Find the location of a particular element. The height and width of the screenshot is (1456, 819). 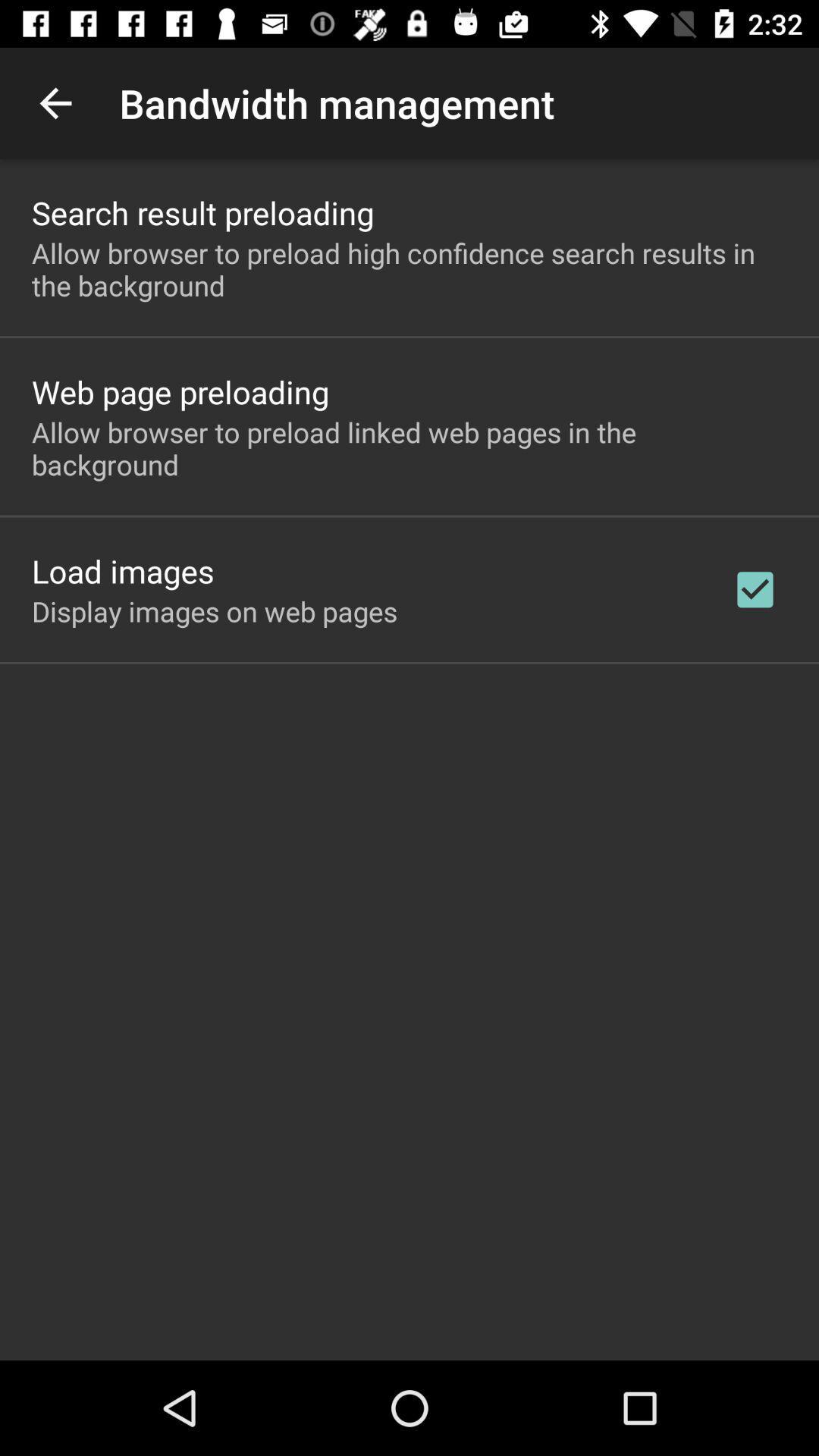

the load images is located at coordinates (122, 570).